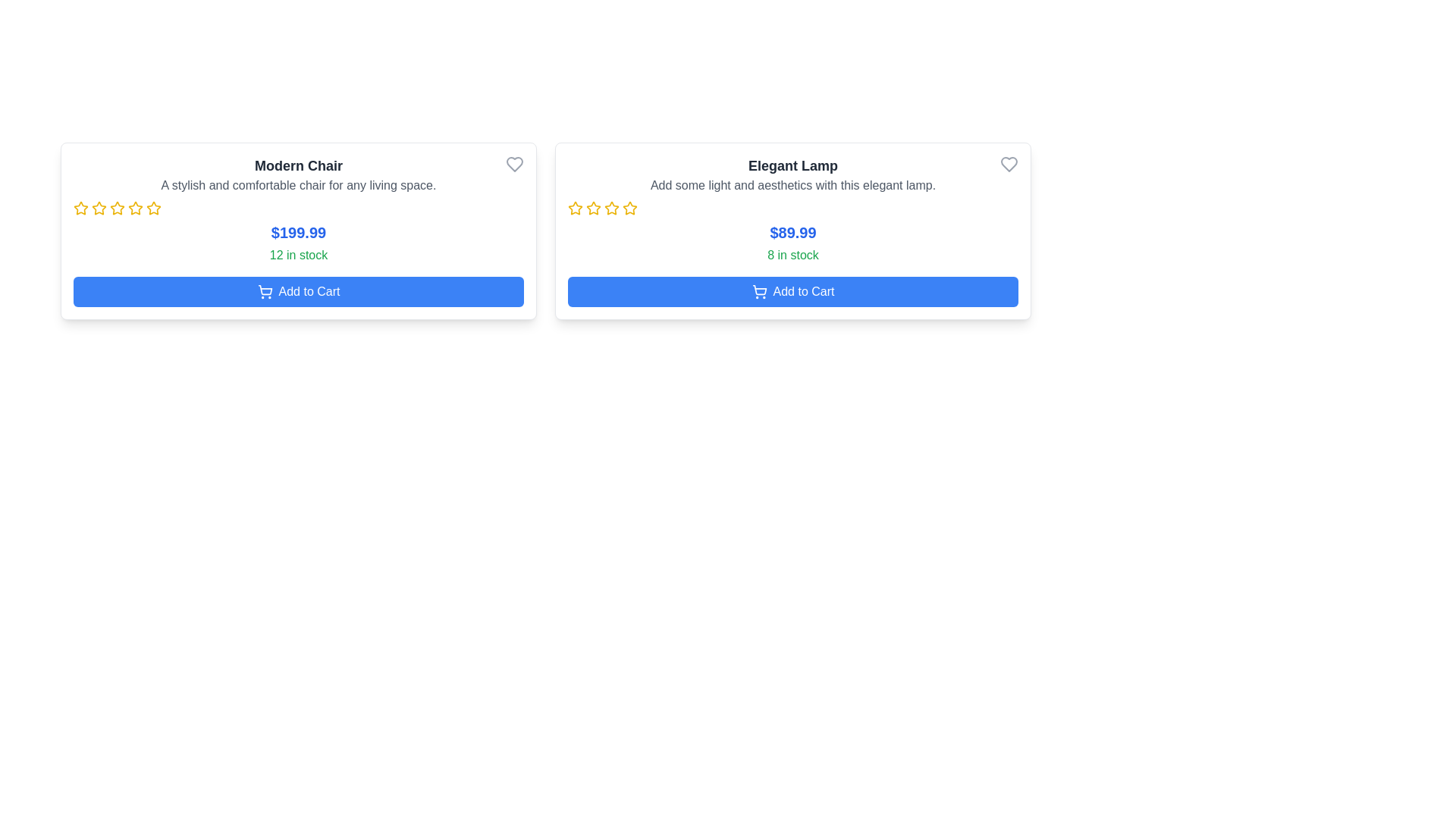 This screenshot has height=819, width=1456. I want to click on the yellow star icon at the leftmost position of the five-star rating component for the 'Elegant Lamp', so click(574, 208).